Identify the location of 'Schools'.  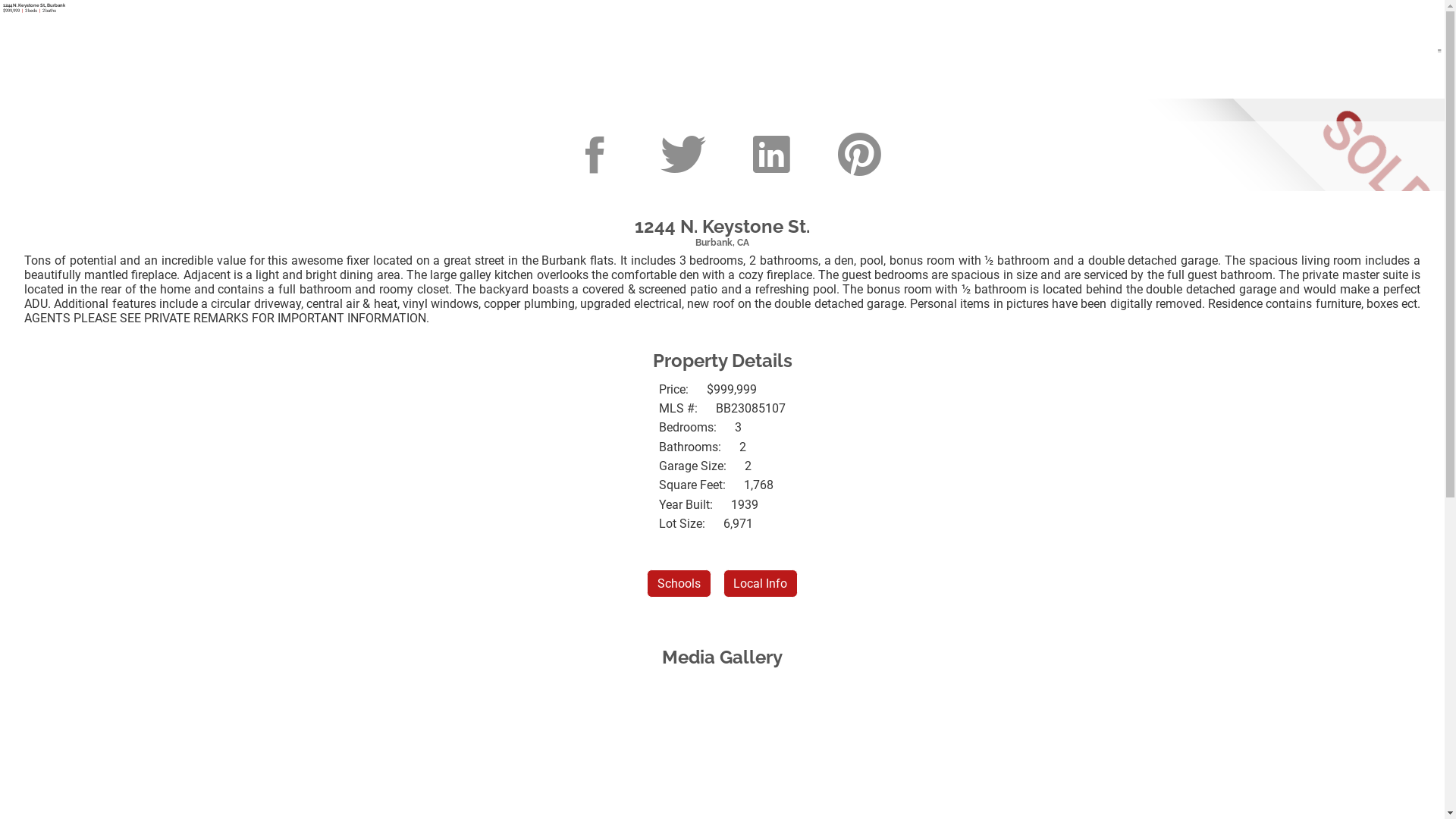
(678, 582).